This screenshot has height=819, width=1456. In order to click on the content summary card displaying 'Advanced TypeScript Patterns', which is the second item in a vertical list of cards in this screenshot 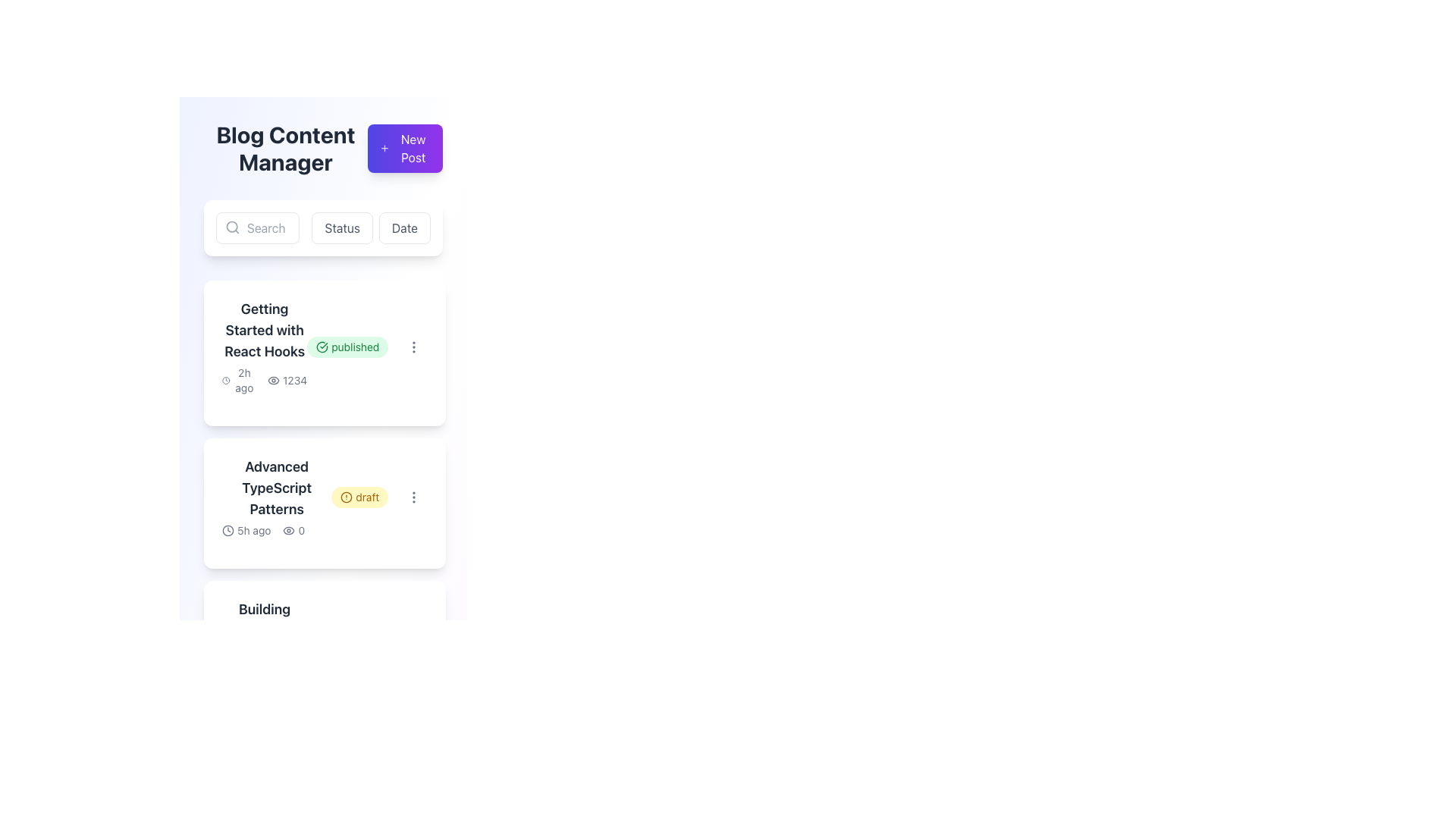, I will do `click(324, 497)`.